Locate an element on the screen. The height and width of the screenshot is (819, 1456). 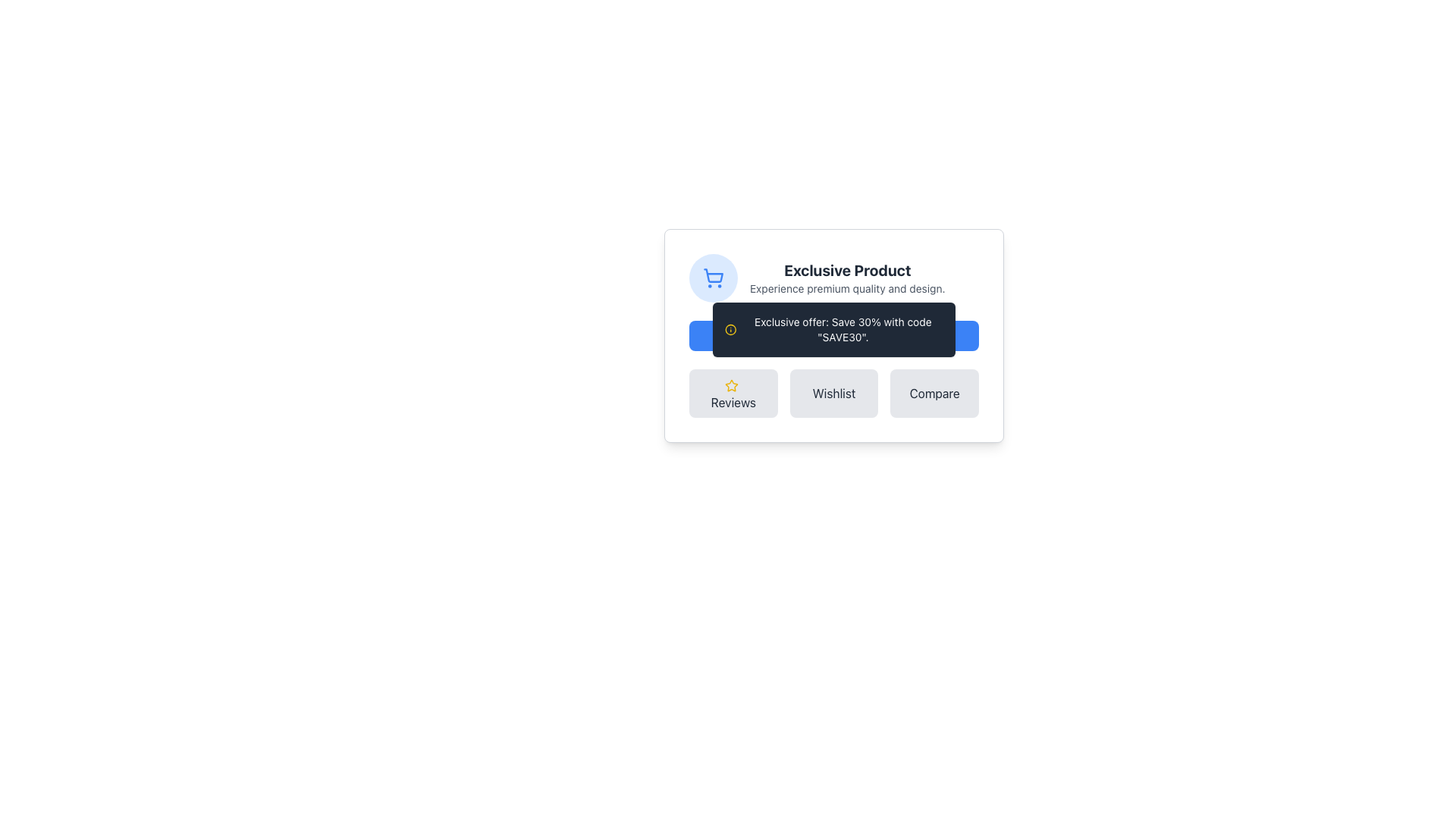
the text element that displays 'Experience premium quality and design.' which is styled with a smaller grey font and located below the 'Exclusive Product' heading is located at coordinates (846, 289).